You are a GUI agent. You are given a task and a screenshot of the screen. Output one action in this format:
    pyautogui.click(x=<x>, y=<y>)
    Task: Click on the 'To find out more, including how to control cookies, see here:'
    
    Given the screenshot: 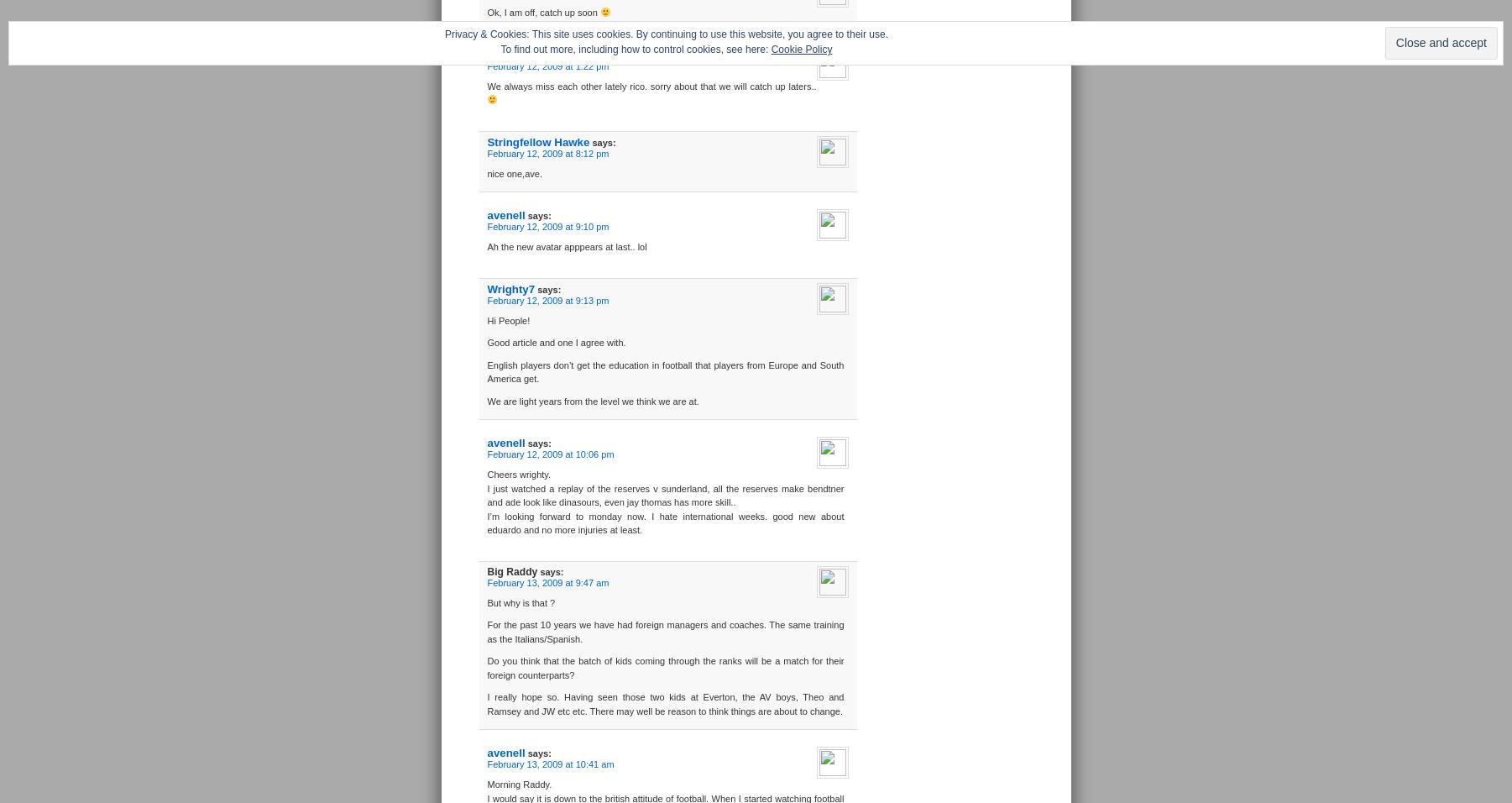 What is the action you would take?
    pyautogui.click(x=635, y=48)
    